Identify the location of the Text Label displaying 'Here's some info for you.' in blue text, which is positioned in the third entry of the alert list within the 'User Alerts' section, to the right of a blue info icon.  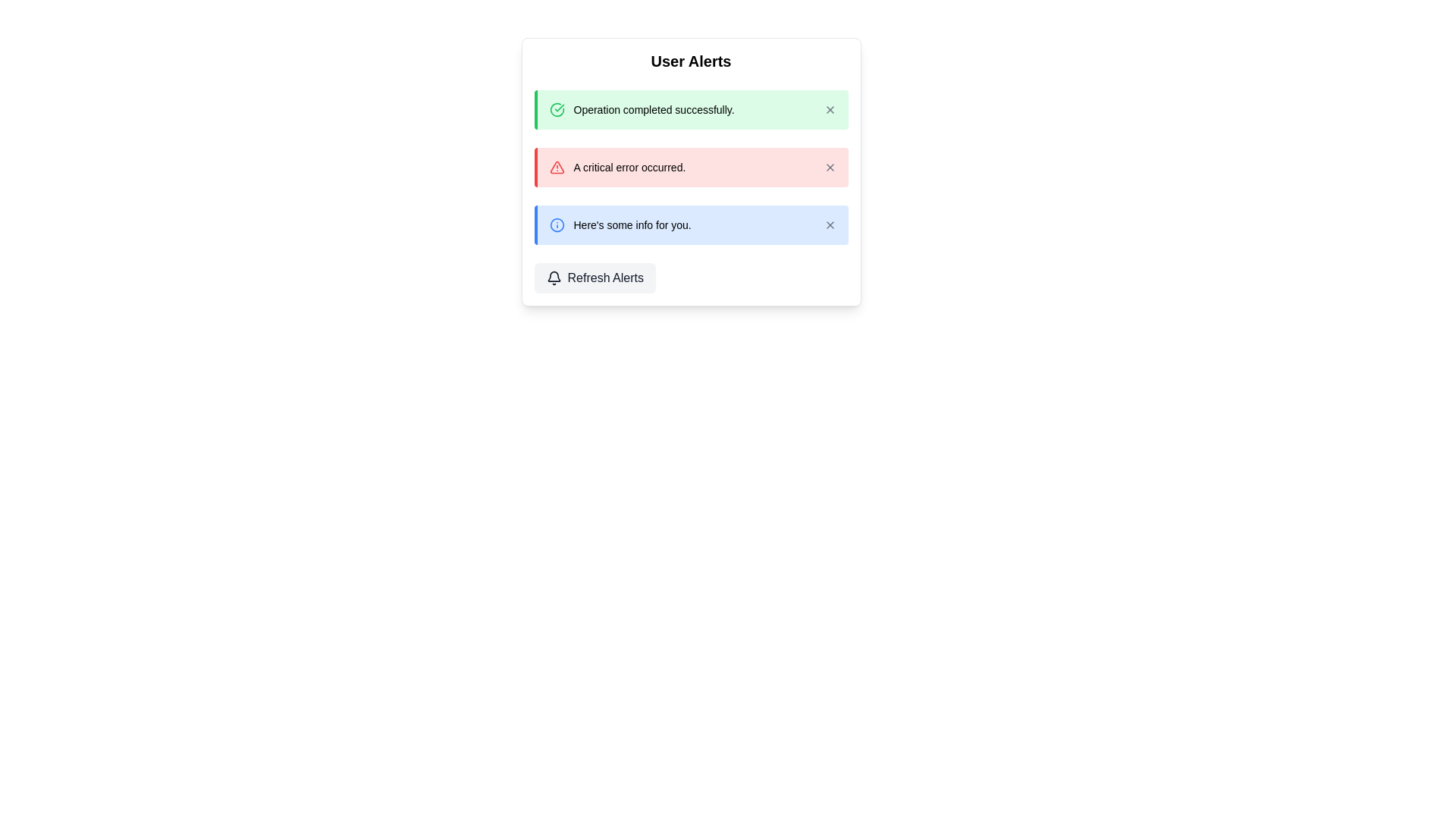
(632, 225).